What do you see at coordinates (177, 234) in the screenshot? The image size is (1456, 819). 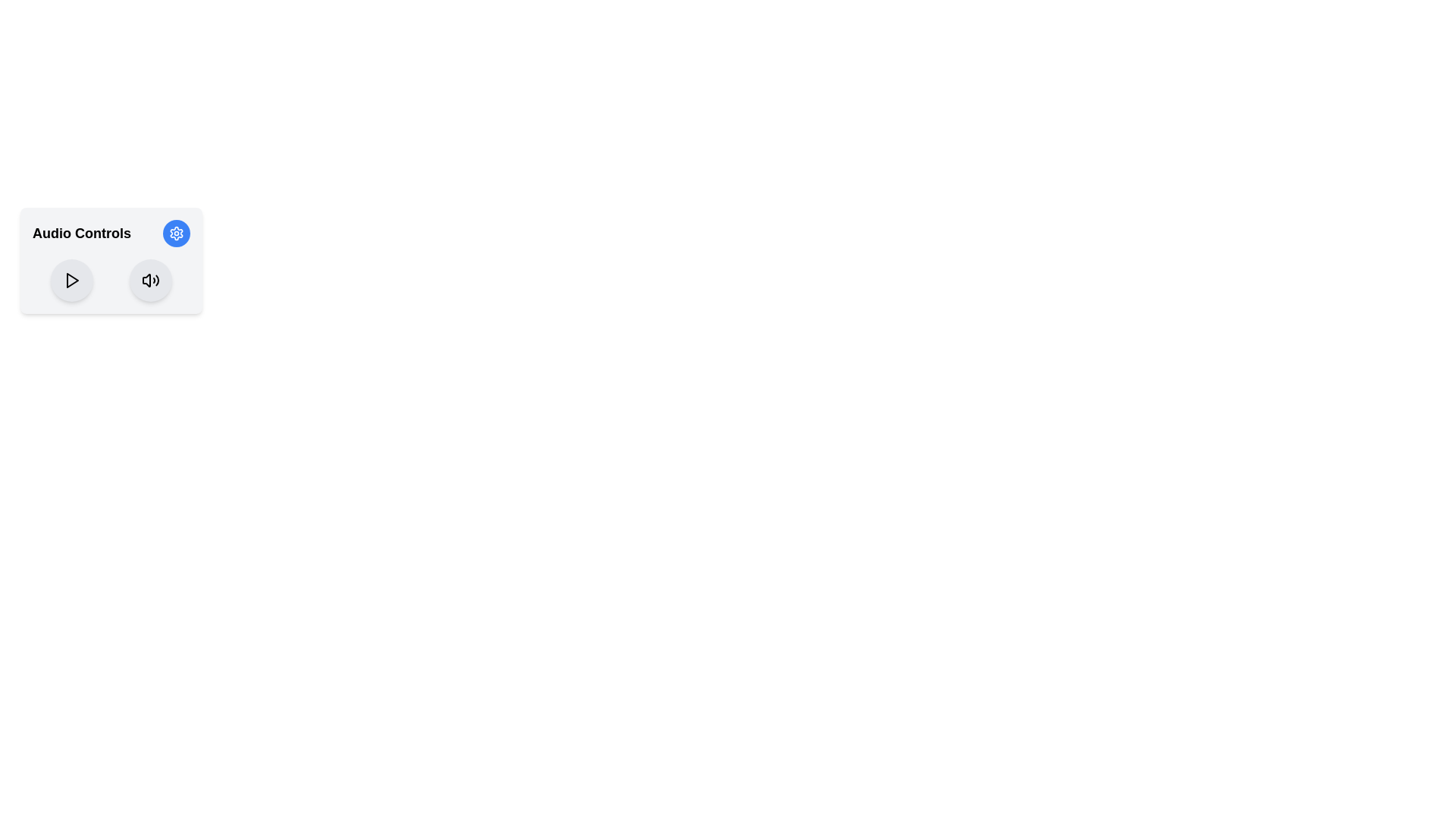 I see `the gear-shaped icon button with a blue background located at the top-right corner of the 'Audio Controls' section` at bounding box center [177, 234].